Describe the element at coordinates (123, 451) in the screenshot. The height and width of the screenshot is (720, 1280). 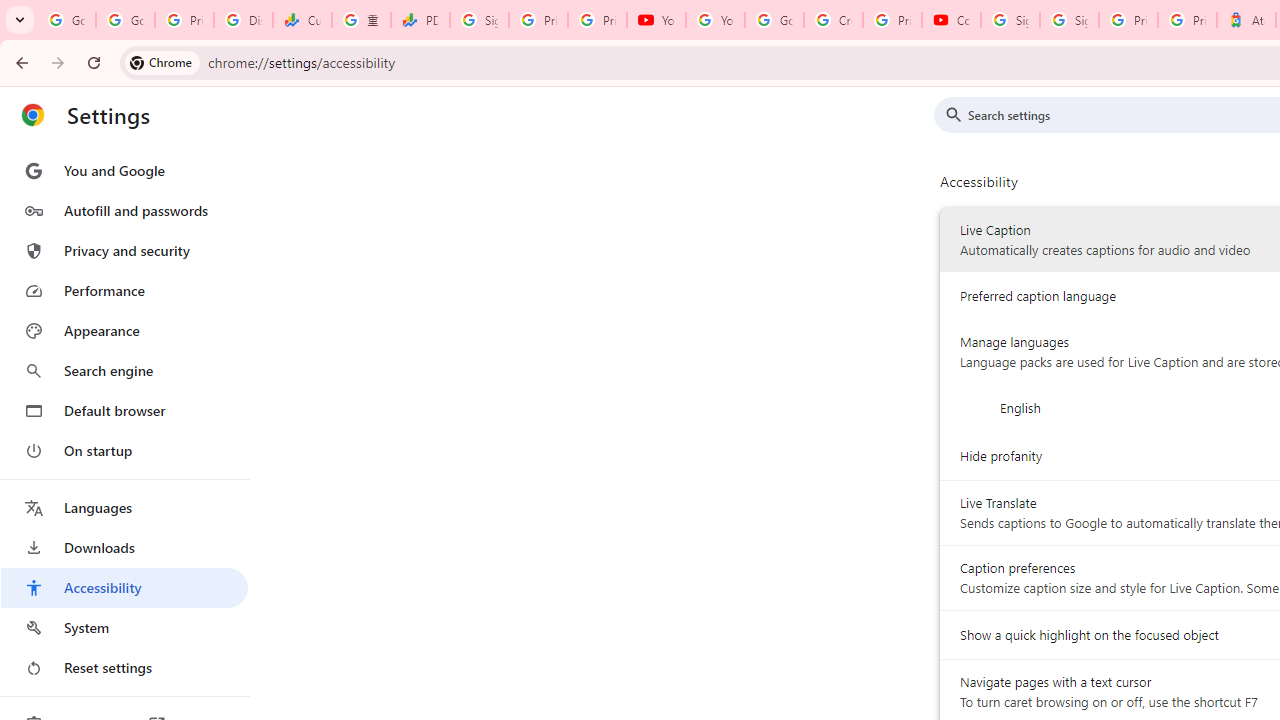
I see `'On startup'` at that location.